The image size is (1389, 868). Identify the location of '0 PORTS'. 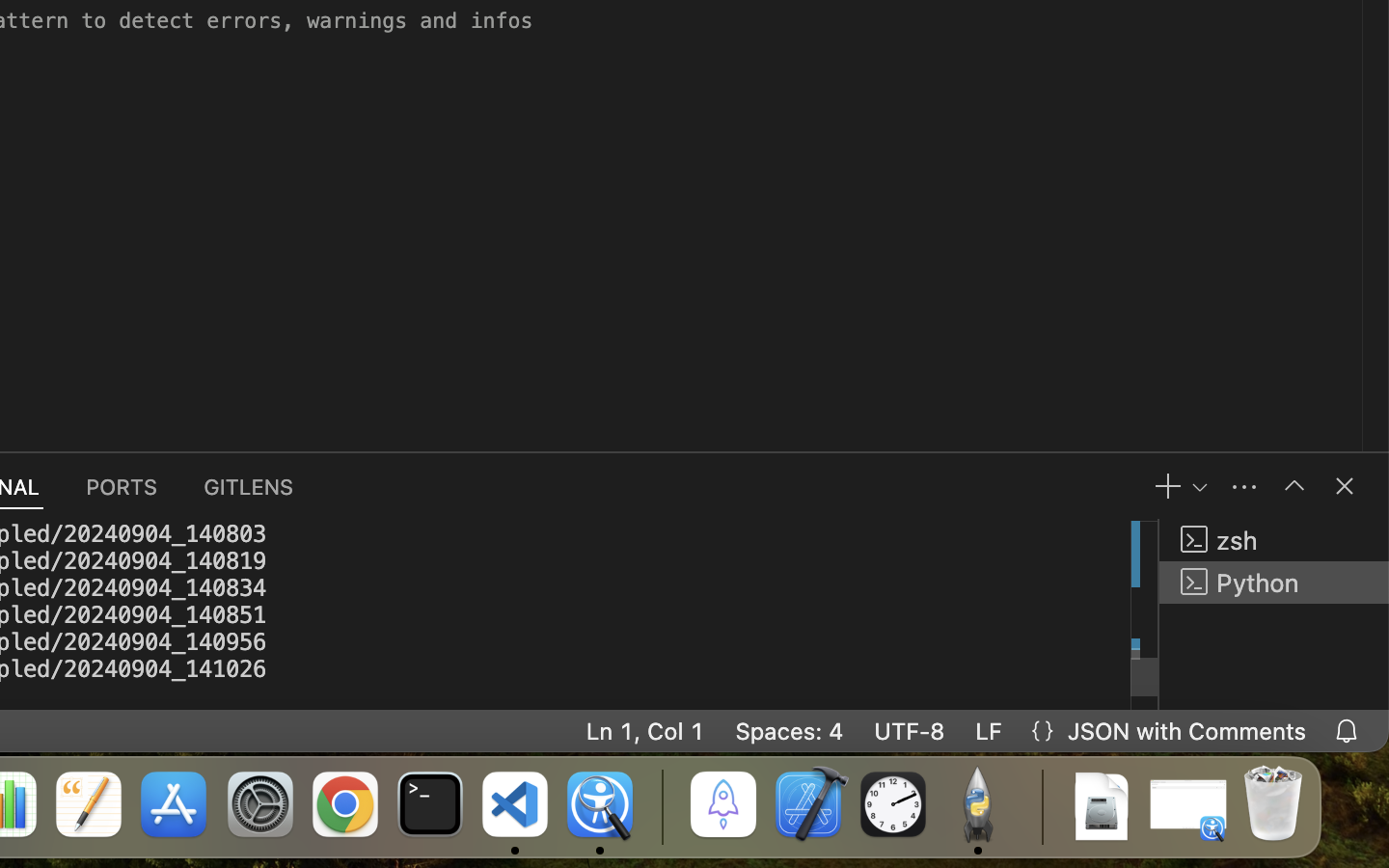
(122, 485).